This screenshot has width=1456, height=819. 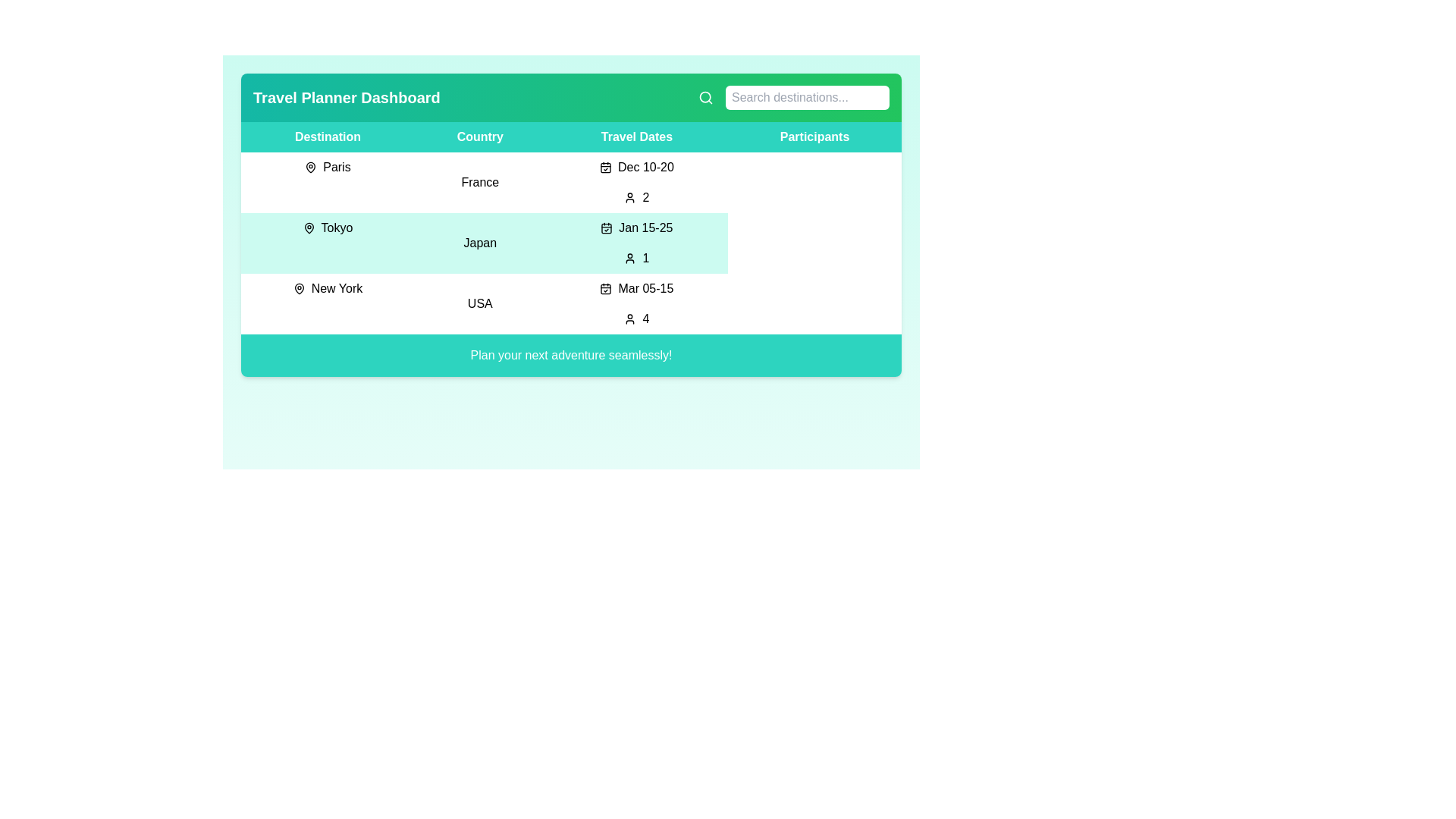 I want to click on the Text Display with Icon showing travel dates 'Jan 15-25' next to the calendar icon in the 'Travel Dates' column for 'Tokyo, Japan', so click(x=637, y=227).